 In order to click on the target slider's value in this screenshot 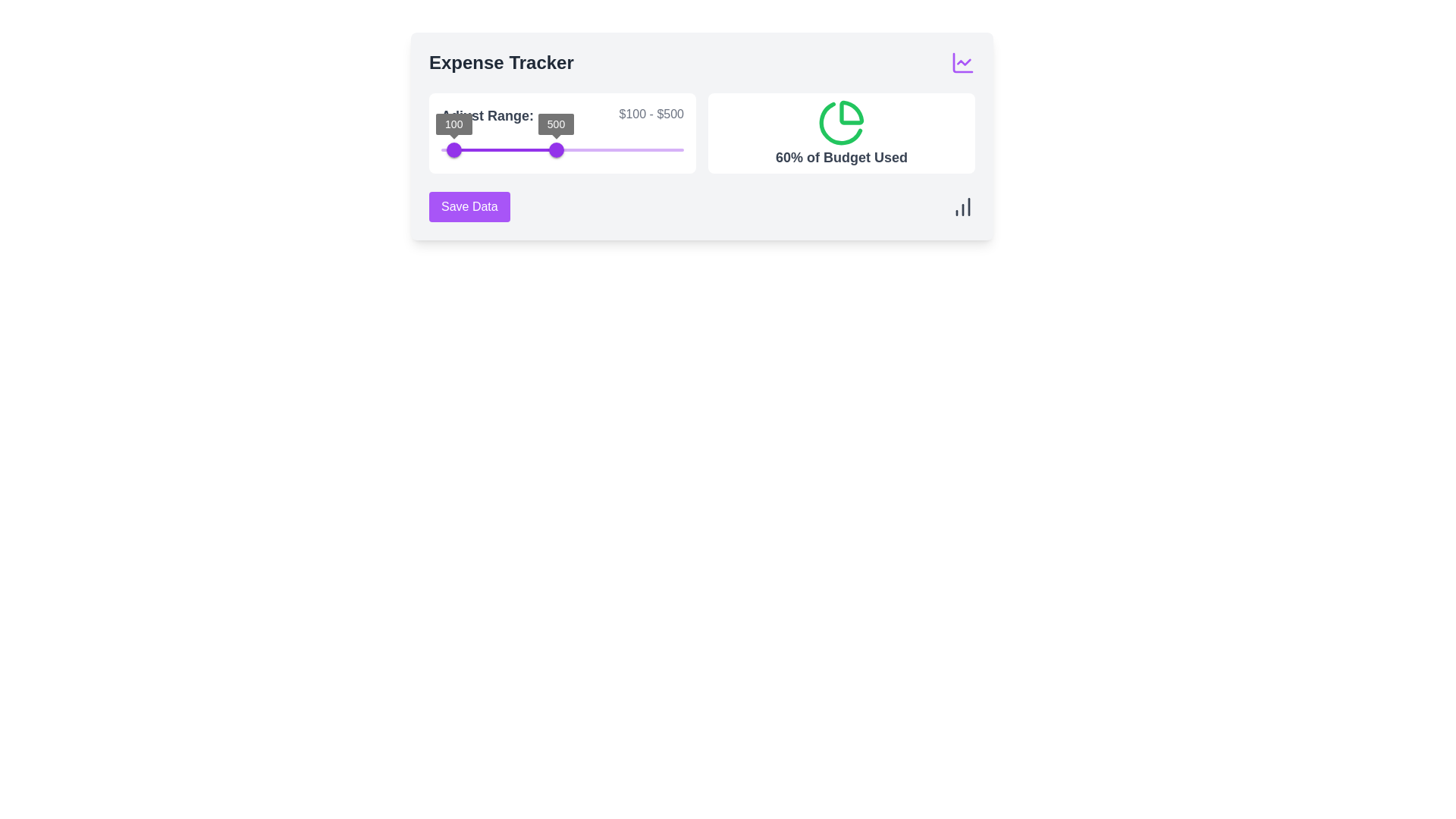, I will do `click(460, 152)`.